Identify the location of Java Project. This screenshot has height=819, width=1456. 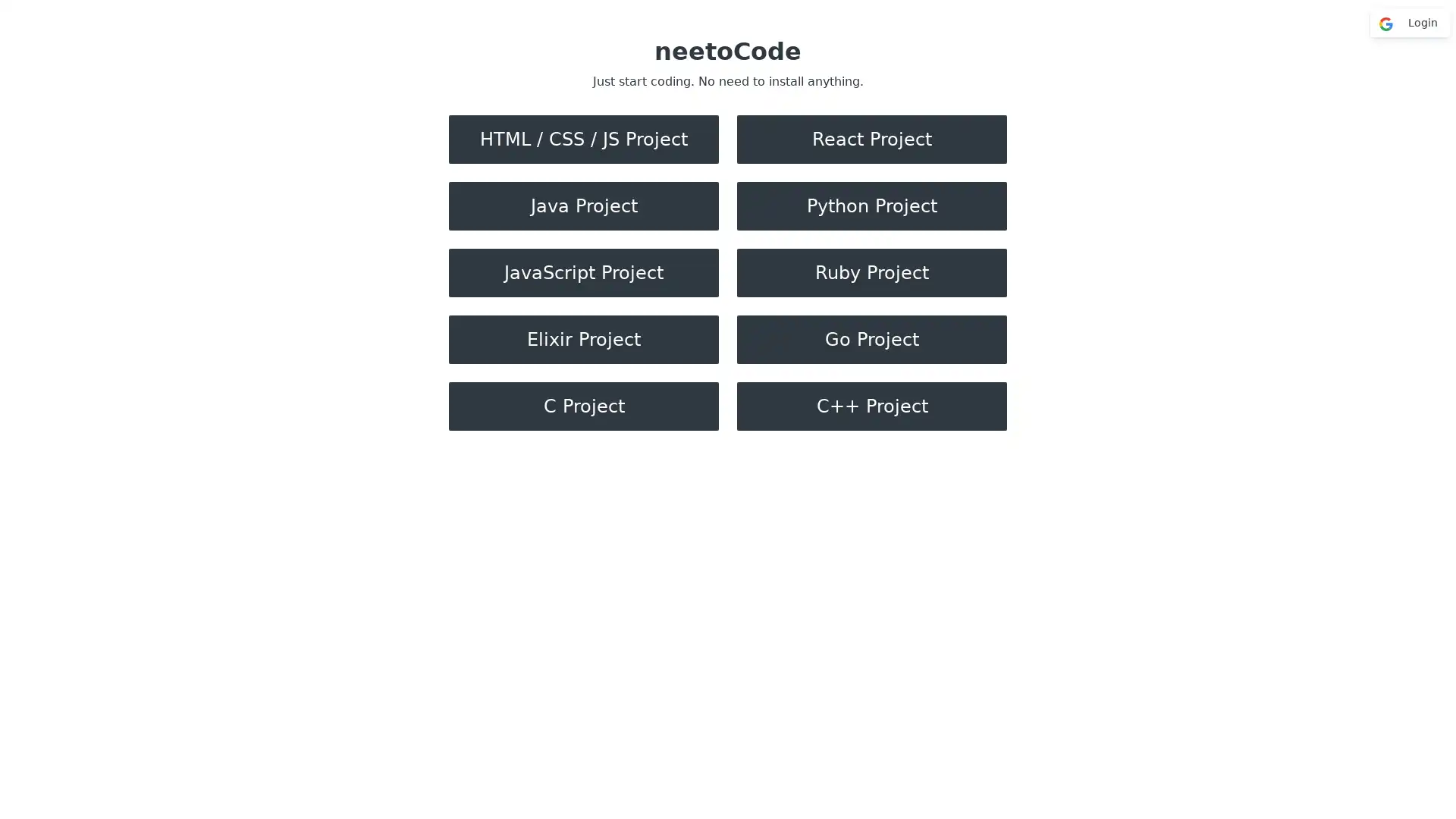
(582, 206).